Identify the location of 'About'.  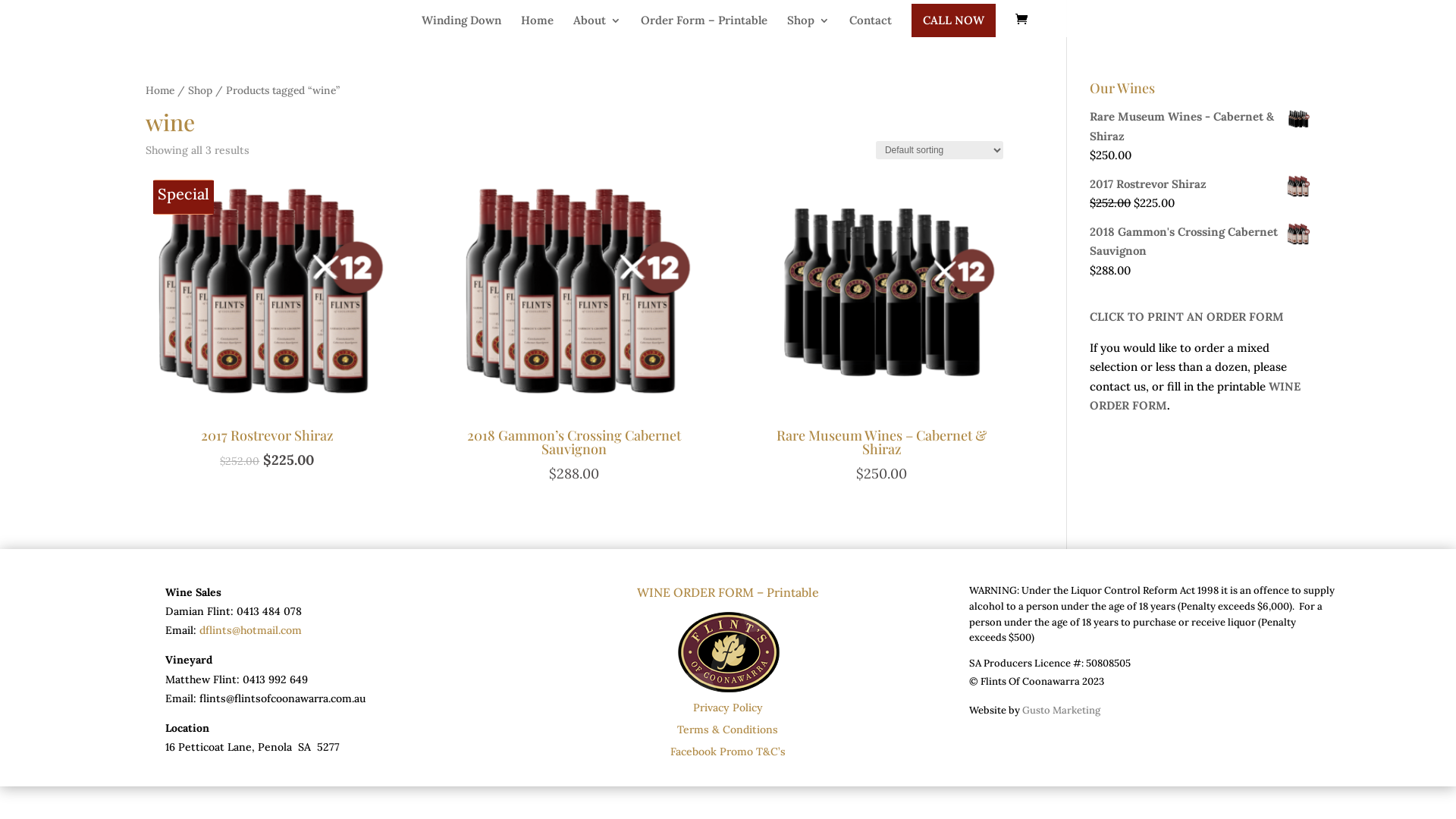
(572, 22).